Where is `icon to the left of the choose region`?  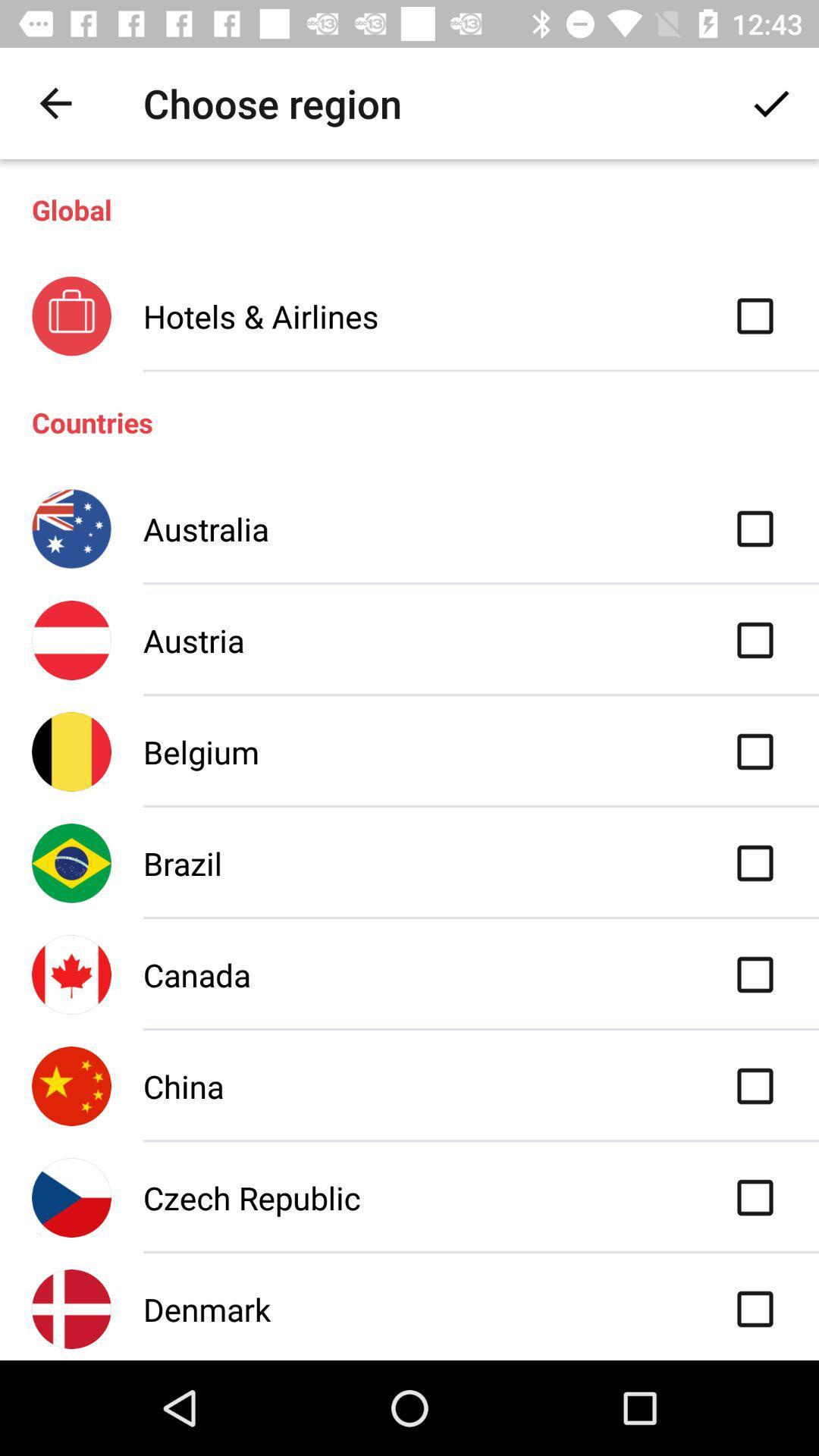
icon to the left of the choose region is located at coordinates (55, 102).